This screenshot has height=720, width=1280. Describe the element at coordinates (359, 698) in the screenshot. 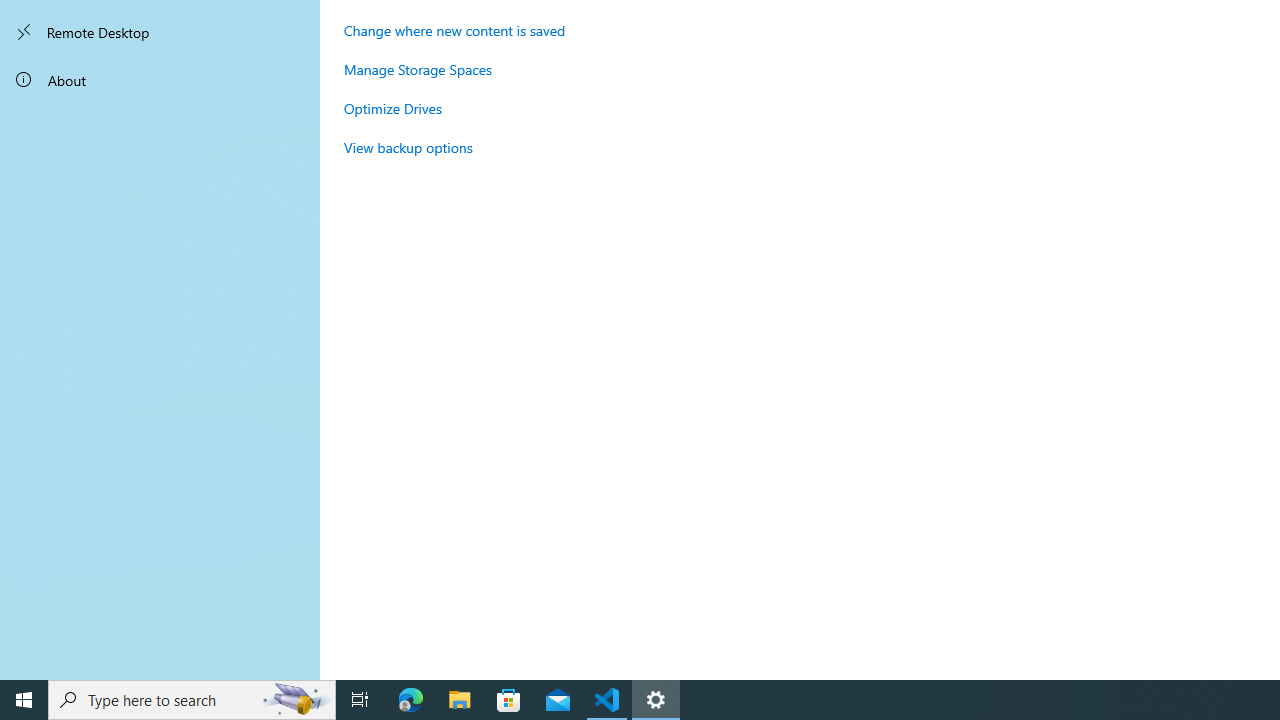

I see `'Task View'` at that location.